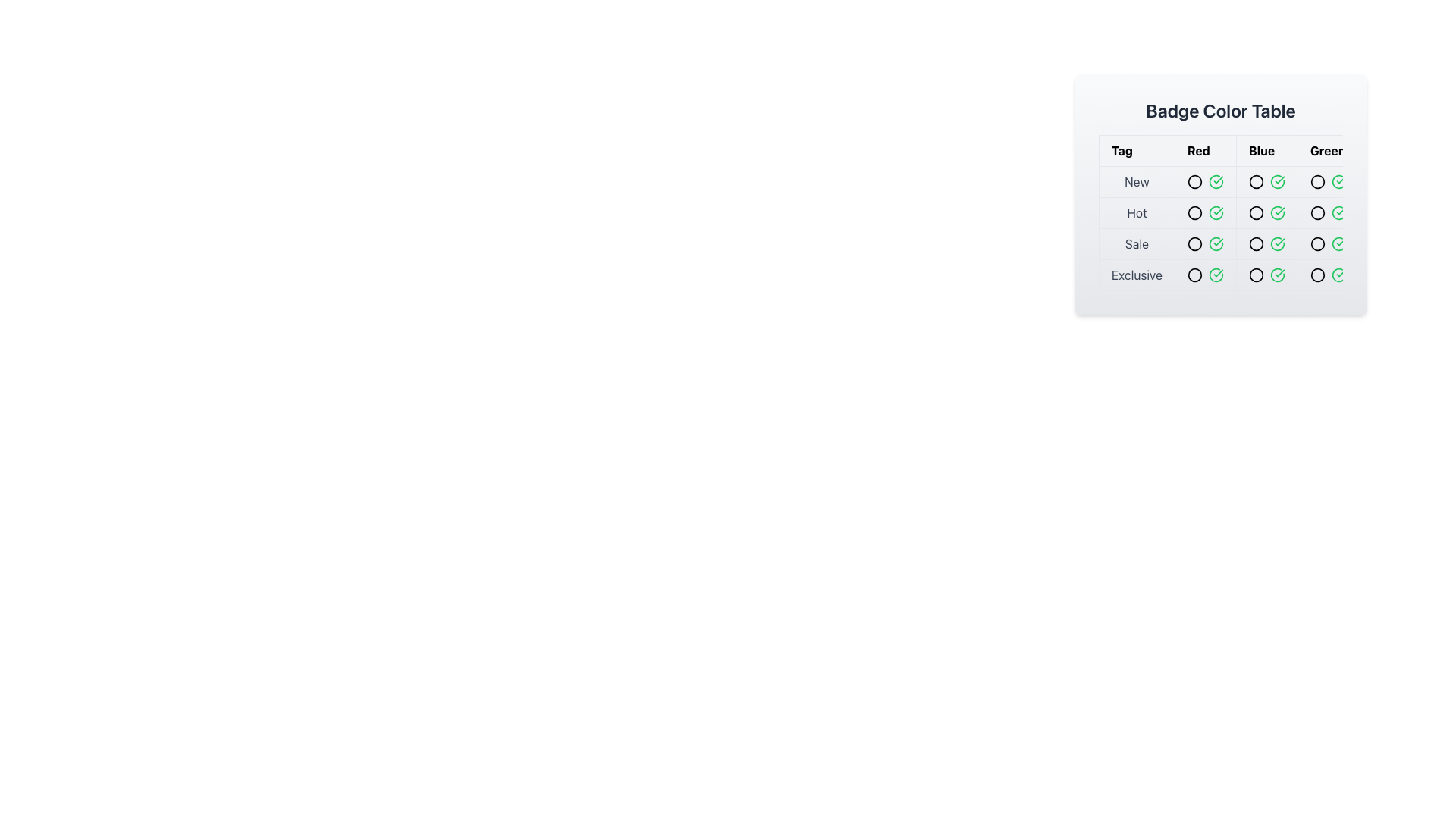  What do you see at coordinates (1256, 275) in the screenshot?
I see `the circular icon with a blue stroke and hollow center located in the fourth row and second column of the 'Badge Color Table'` at bounding box center [1256, 275].